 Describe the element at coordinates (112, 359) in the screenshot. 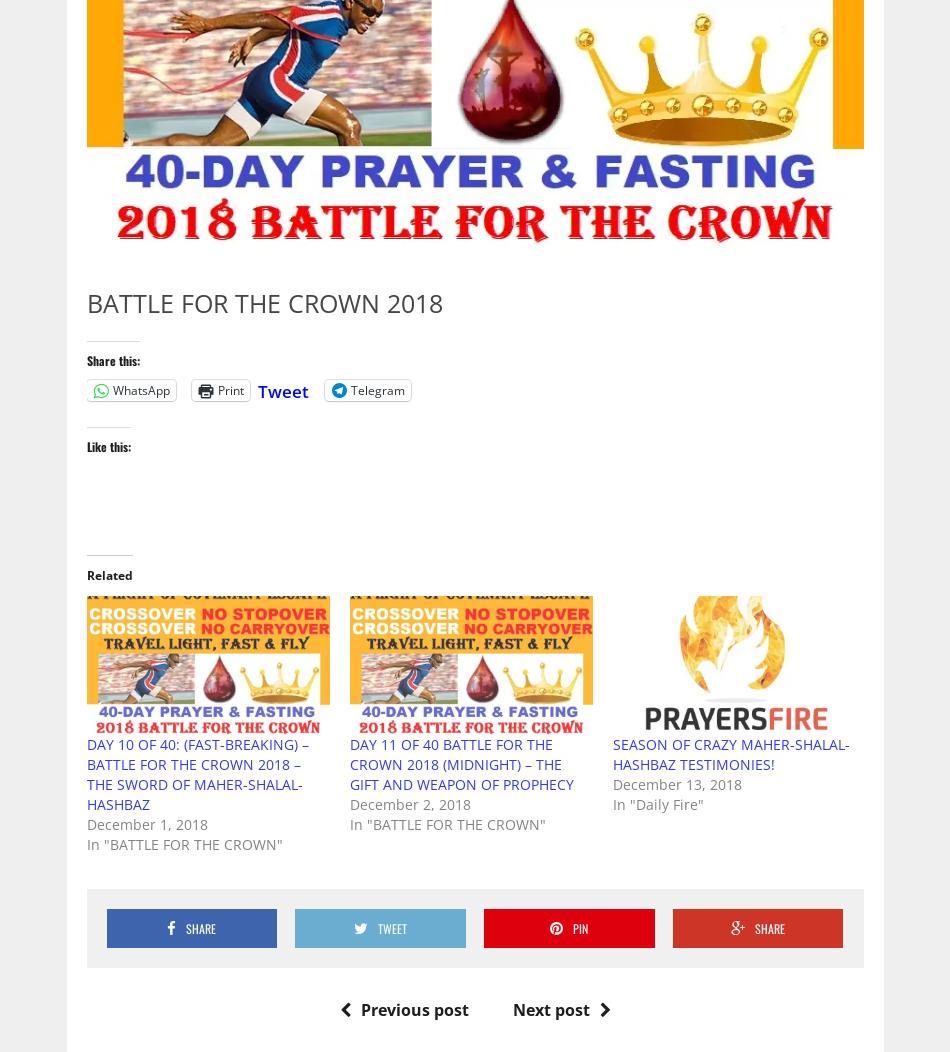

I see `'Share this:'` at that location.